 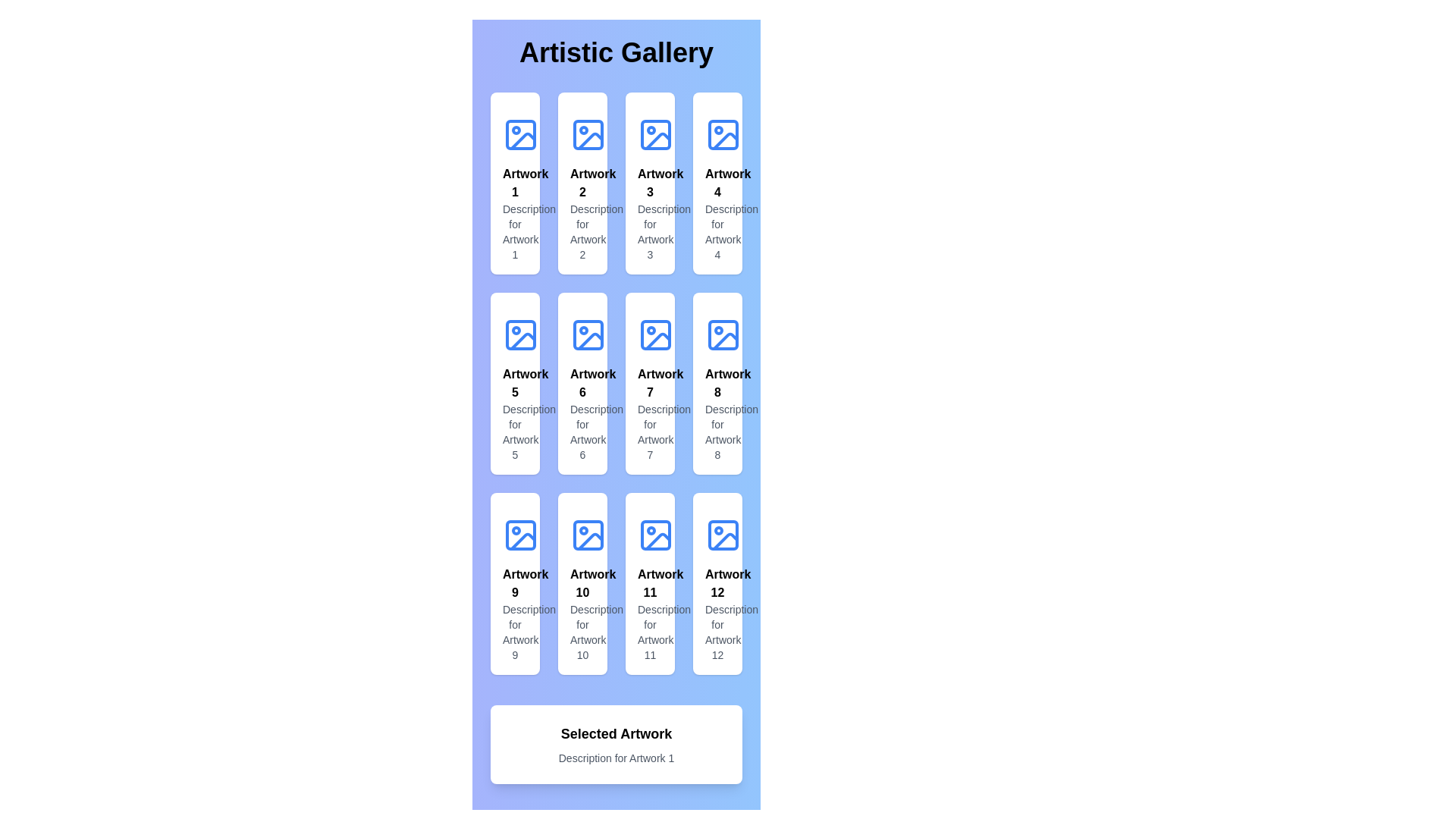 I want to click on the image placeholder icon for 'Artwork 10', so click(x=588, y=534).